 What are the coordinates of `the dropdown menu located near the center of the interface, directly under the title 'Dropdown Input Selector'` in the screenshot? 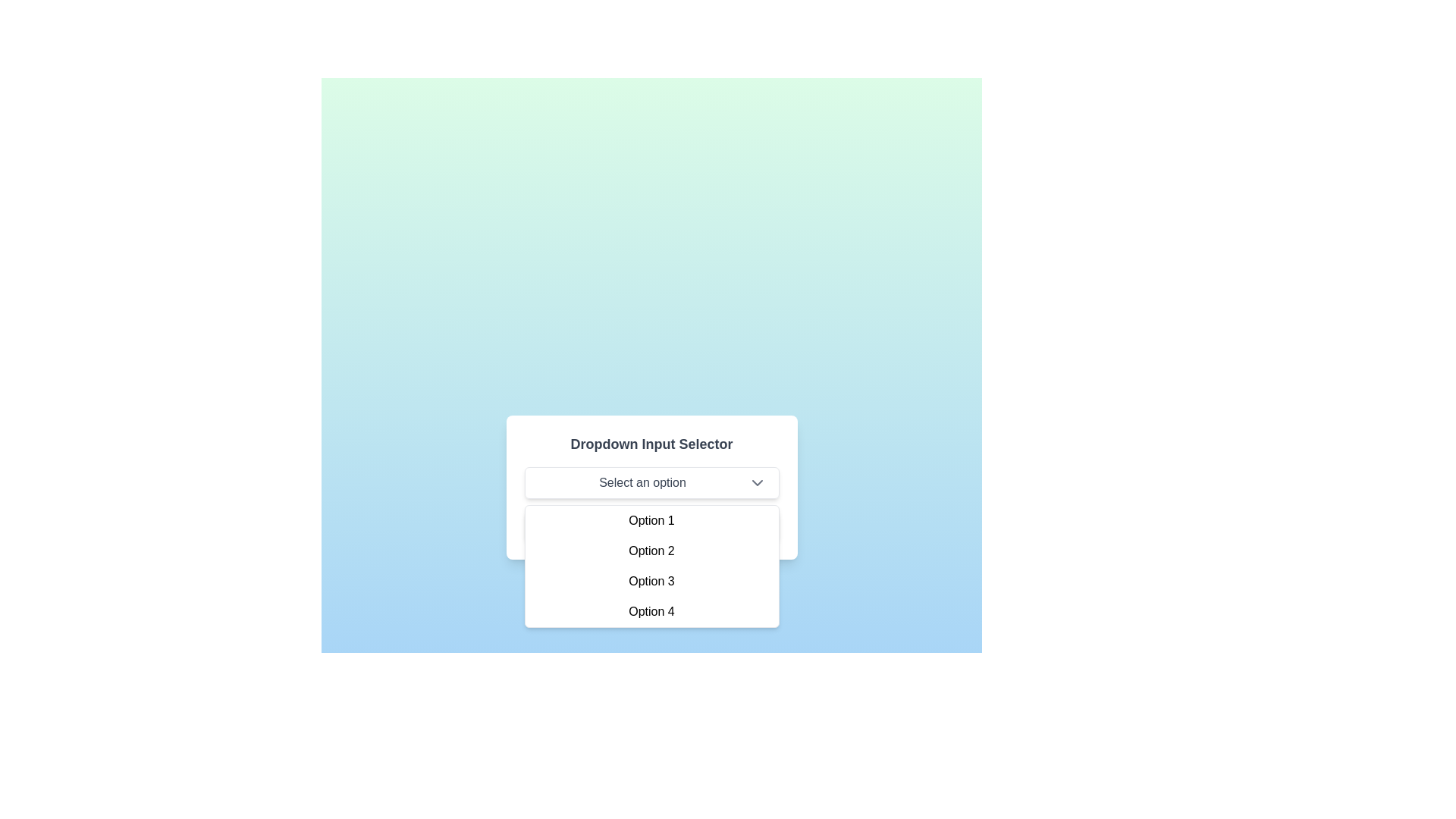 It's located at (651, 488).